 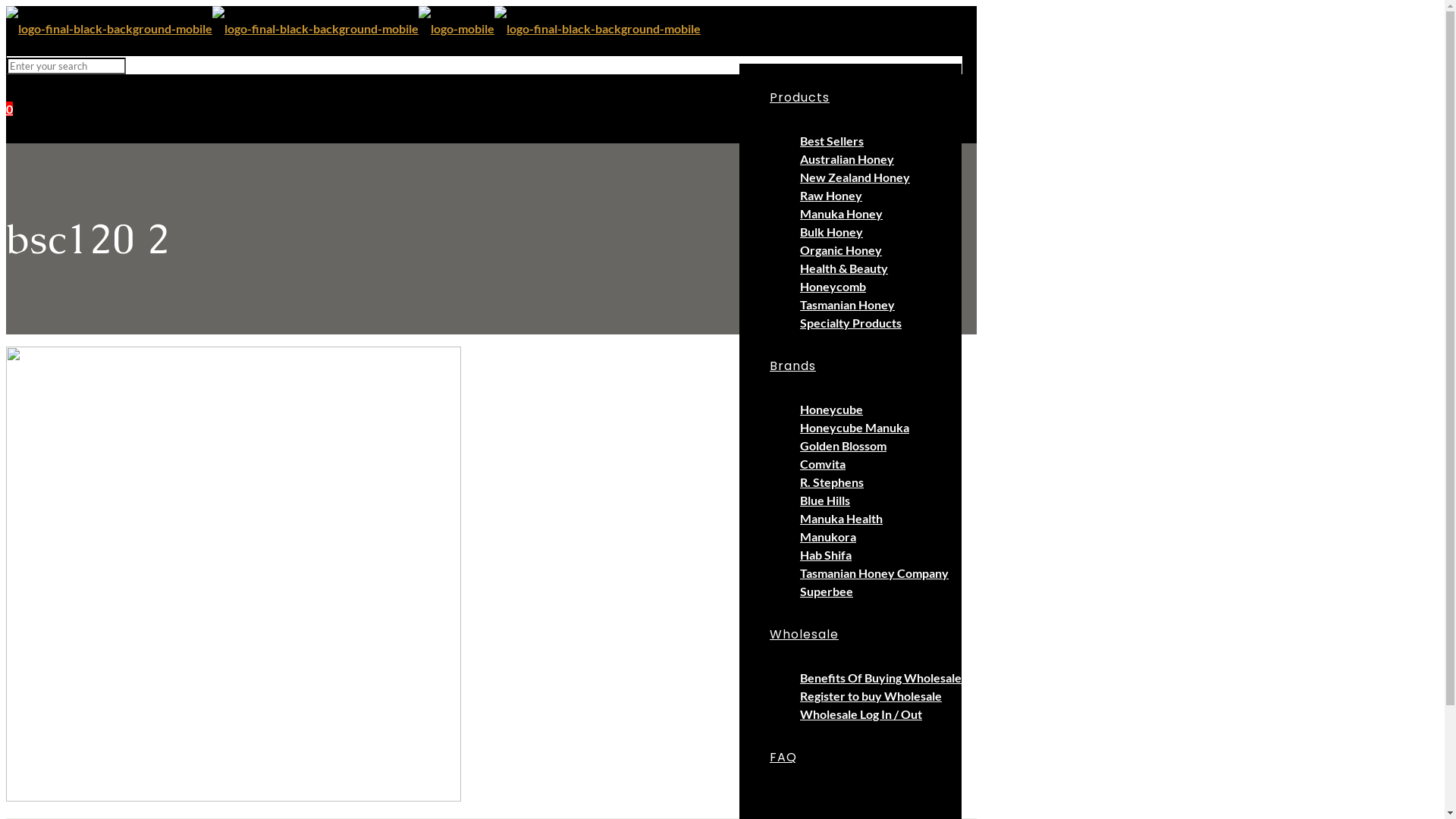 I want to click on 'Blue Hills', so click(x=824, y=500).